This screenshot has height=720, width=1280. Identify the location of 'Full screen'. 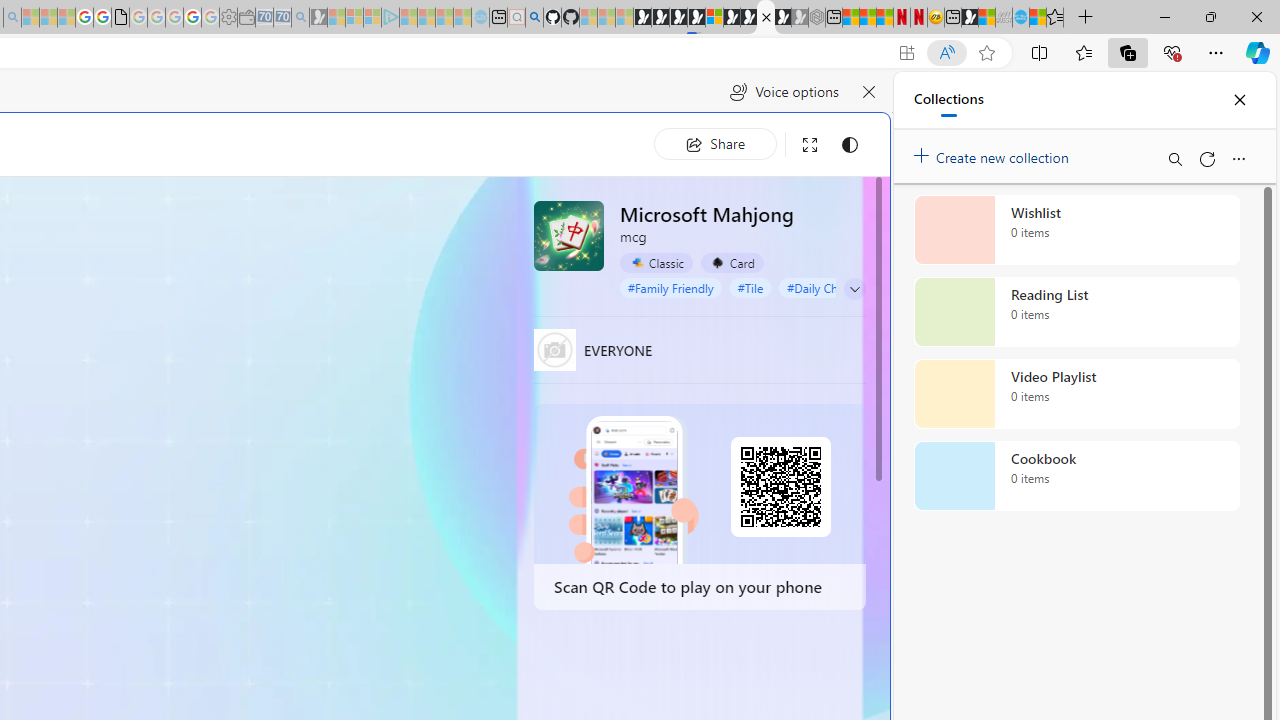
(810, 143).